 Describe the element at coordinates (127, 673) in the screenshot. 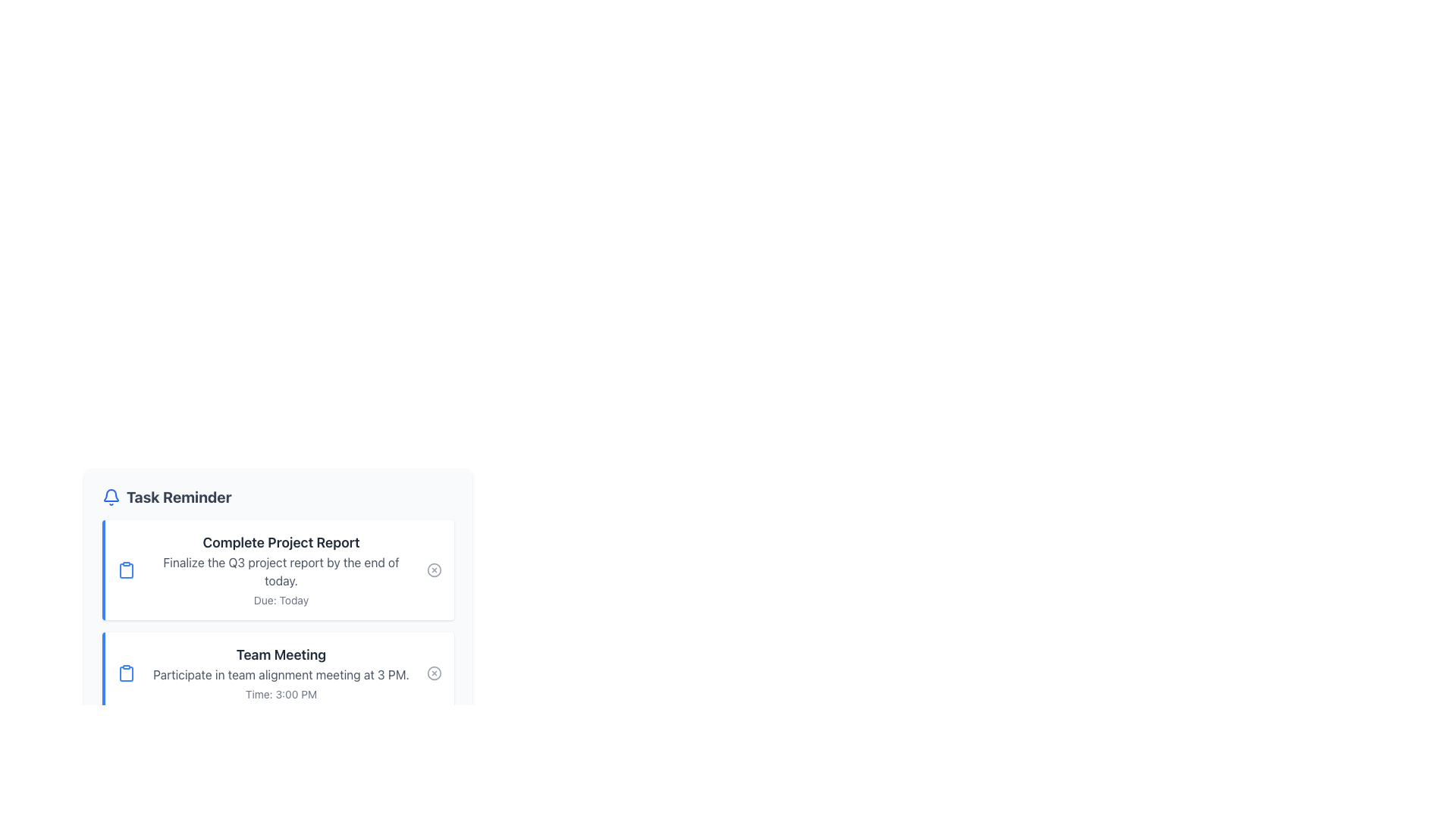

I see `the blue clipboard icon representing the task 'Complete Project Report' located in the 'Task Reminder' section` at that location.